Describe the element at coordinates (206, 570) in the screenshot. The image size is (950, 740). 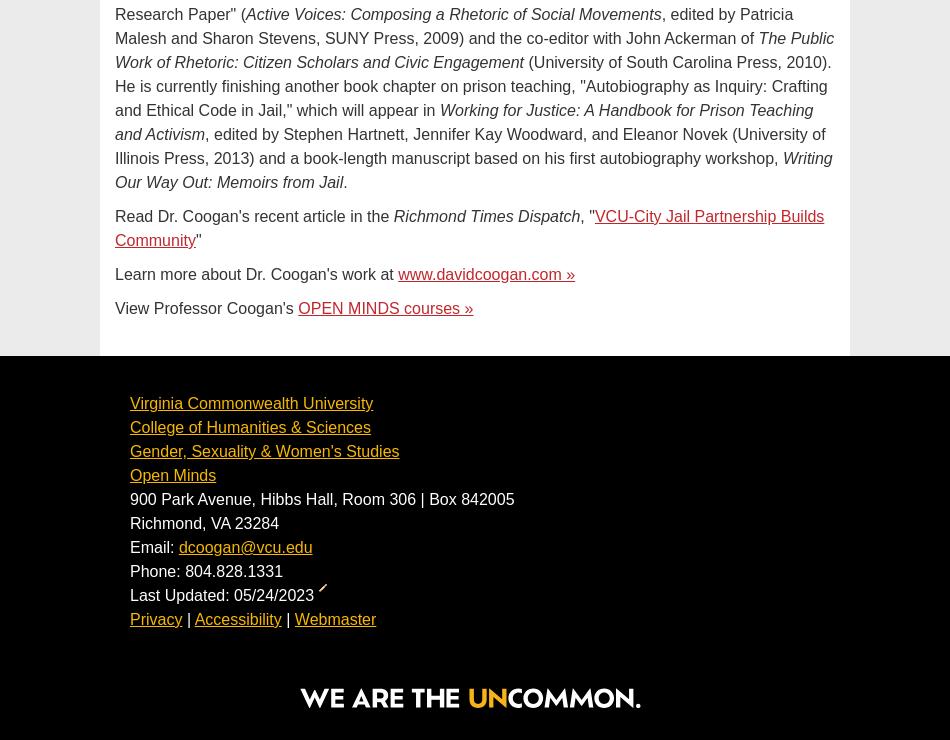
I see `'Phone: 804.828.1331'` at that location.